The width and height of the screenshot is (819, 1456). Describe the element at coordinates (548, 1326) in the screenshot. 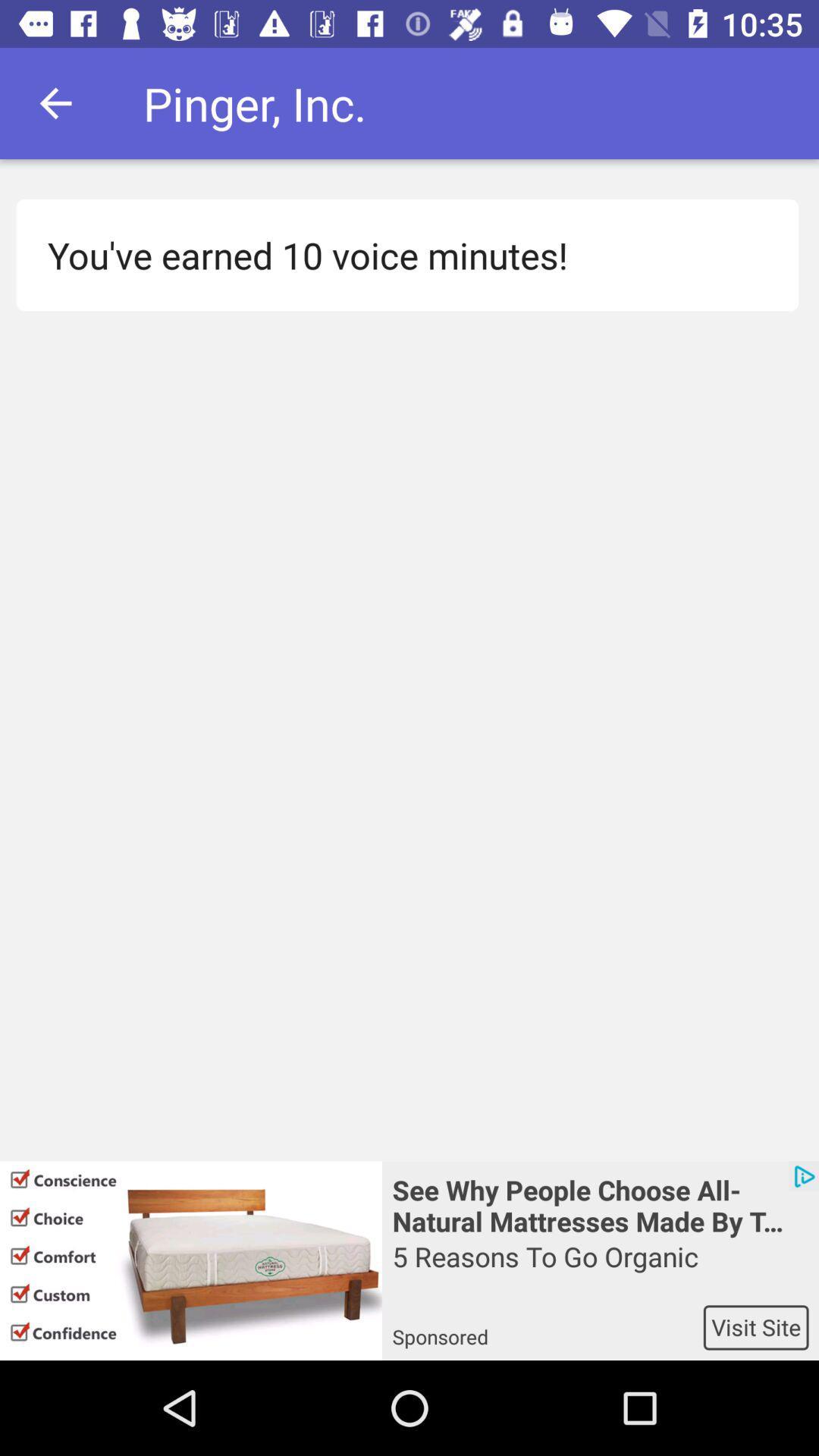

I see `app to the left of visit site item` at that location.